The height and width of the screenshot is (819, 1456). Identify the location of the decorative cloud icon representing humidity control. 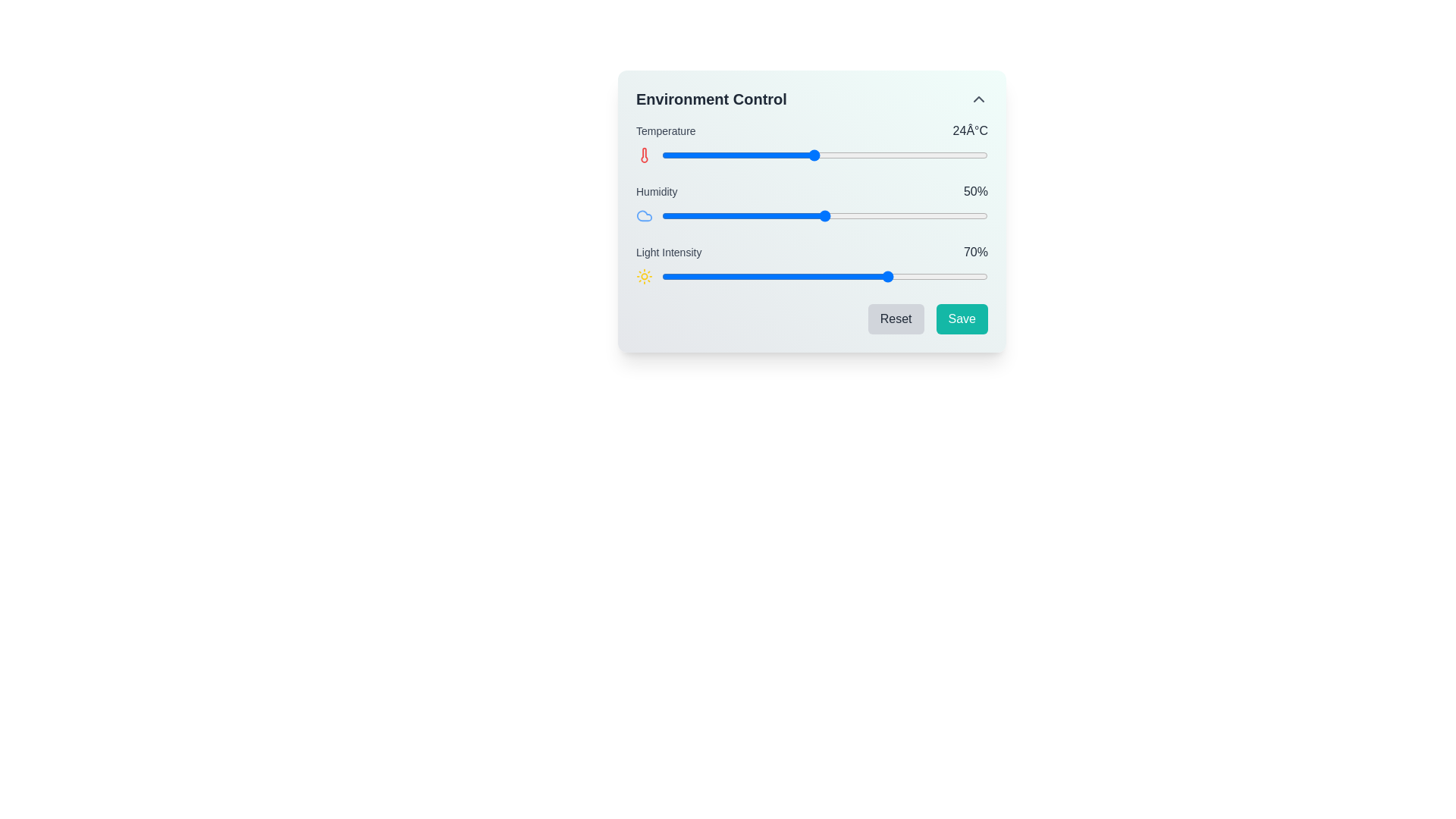
(644, 216).